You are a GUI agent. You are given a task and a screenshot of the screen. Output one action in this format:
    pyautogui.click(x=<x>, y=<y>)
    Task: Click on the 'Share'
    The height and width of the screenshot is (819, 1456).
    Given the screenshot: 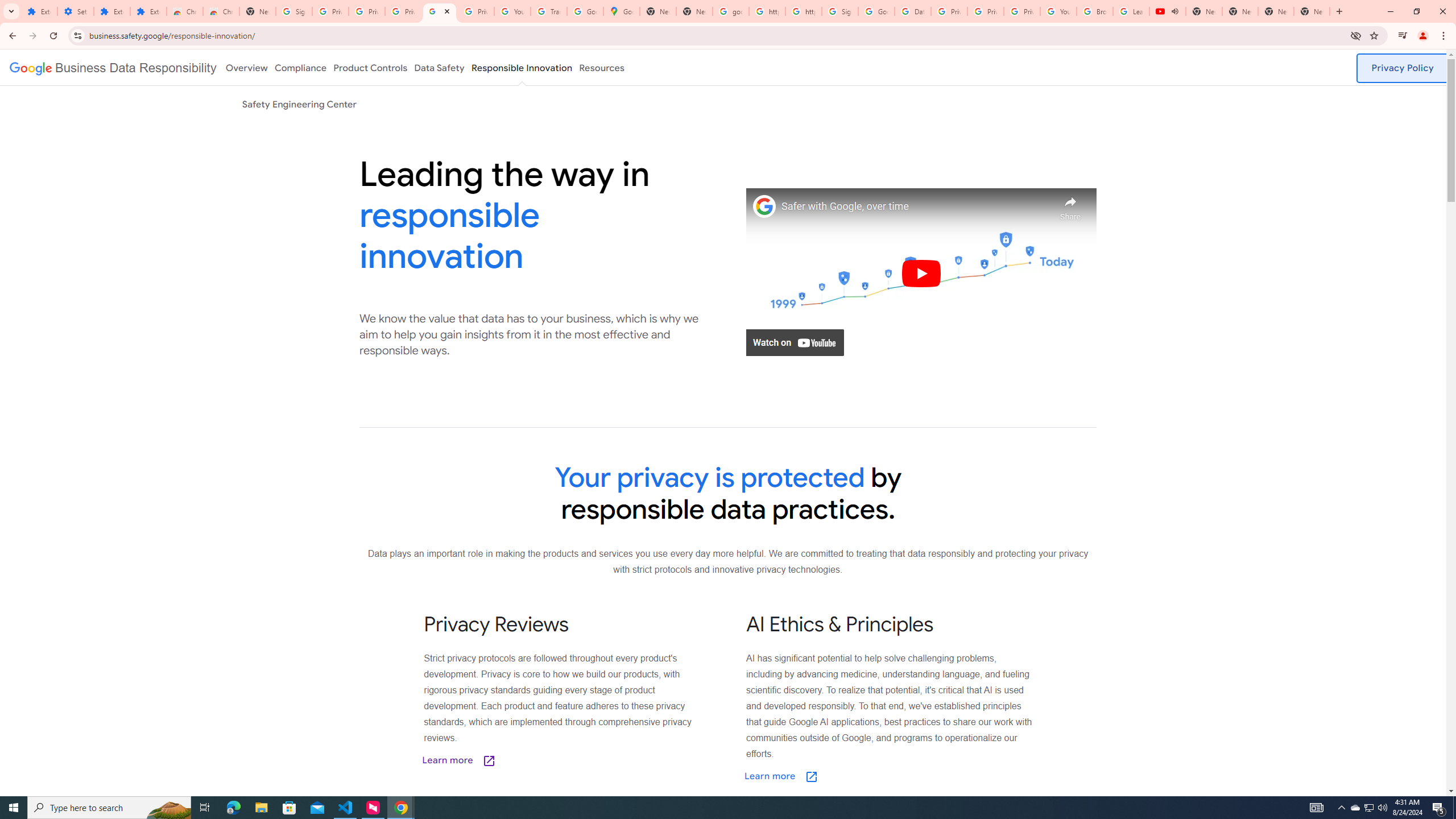 What is the action you would take?
    pyautogui.click(x=1070, y=205)
    